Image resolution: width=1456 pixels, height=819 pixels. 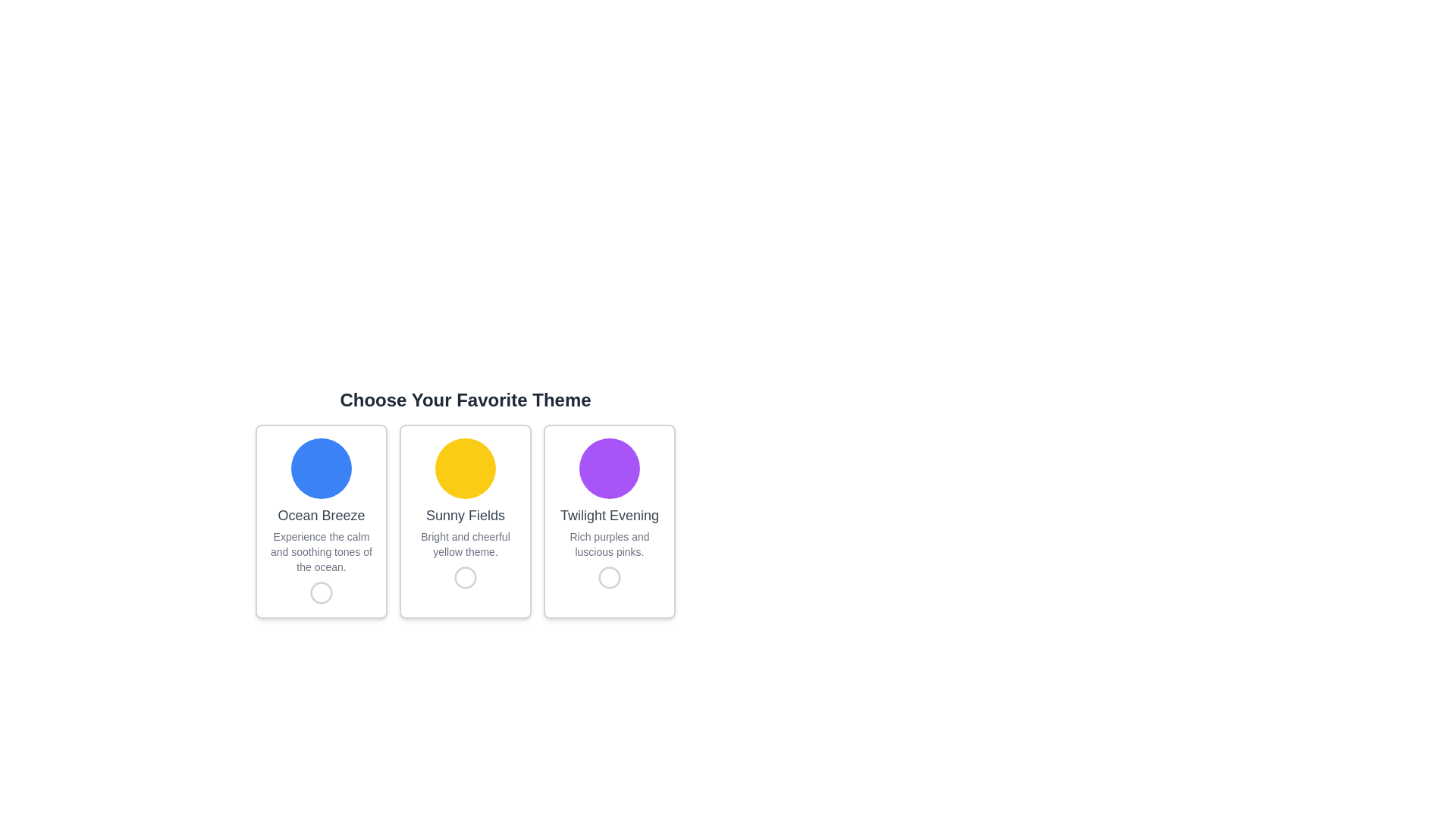 What do you see at coordinates (465, 503) in the screenshot?
I see `the bold text headline that reads 'Choose Your Favorite Theme,' which is centered above a grid of cards` at bounding box center [465, 503].